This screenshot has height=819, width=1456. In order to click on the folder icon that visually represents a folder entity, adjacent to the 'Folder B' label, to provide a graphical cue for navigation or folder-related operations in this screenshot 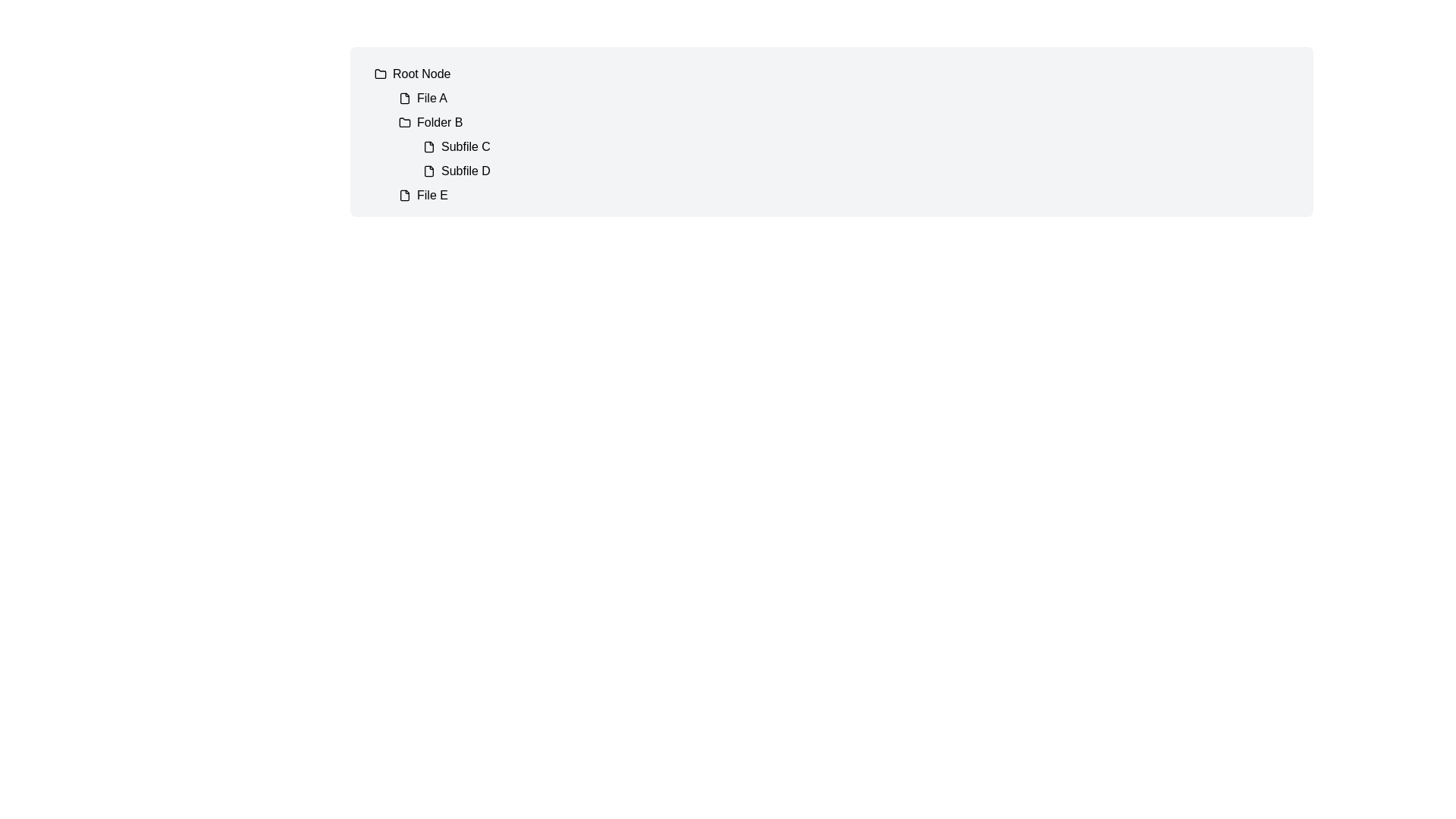, I will do `click(404, 122)`.